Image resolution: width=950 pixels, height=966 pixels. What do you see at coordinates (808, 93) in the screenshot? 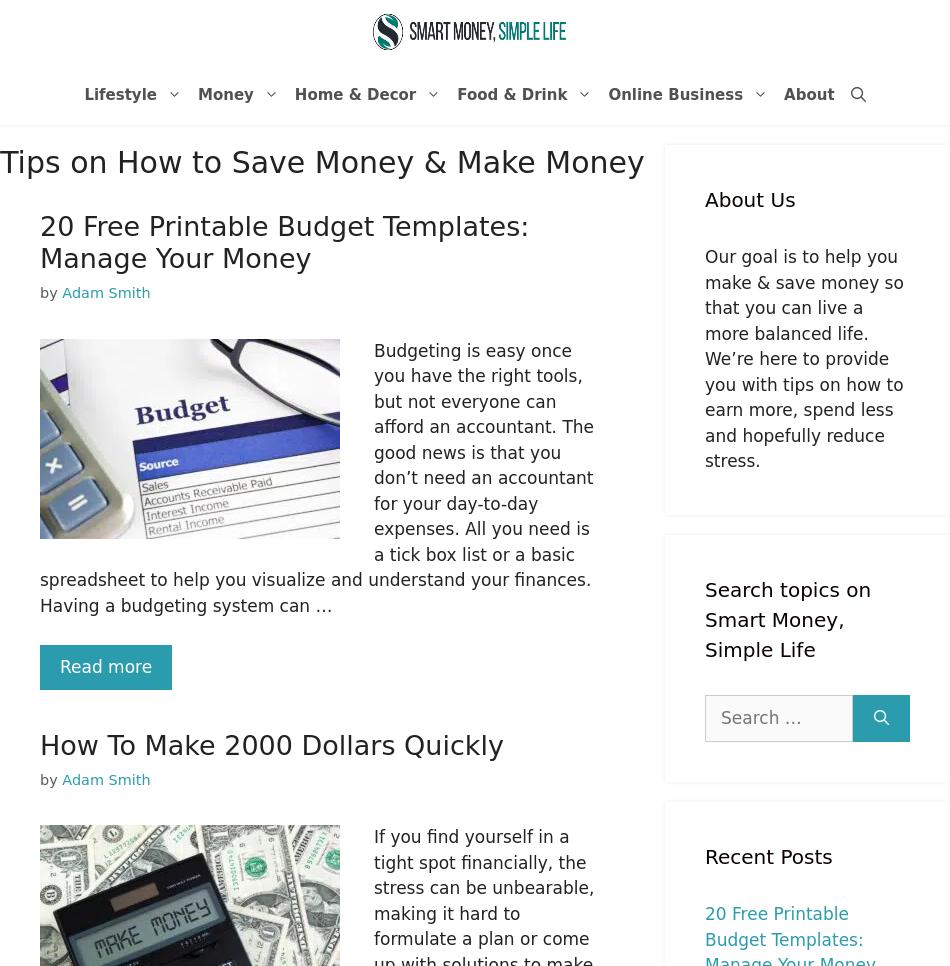
I see `'About'` at bounding box center [808, 93].